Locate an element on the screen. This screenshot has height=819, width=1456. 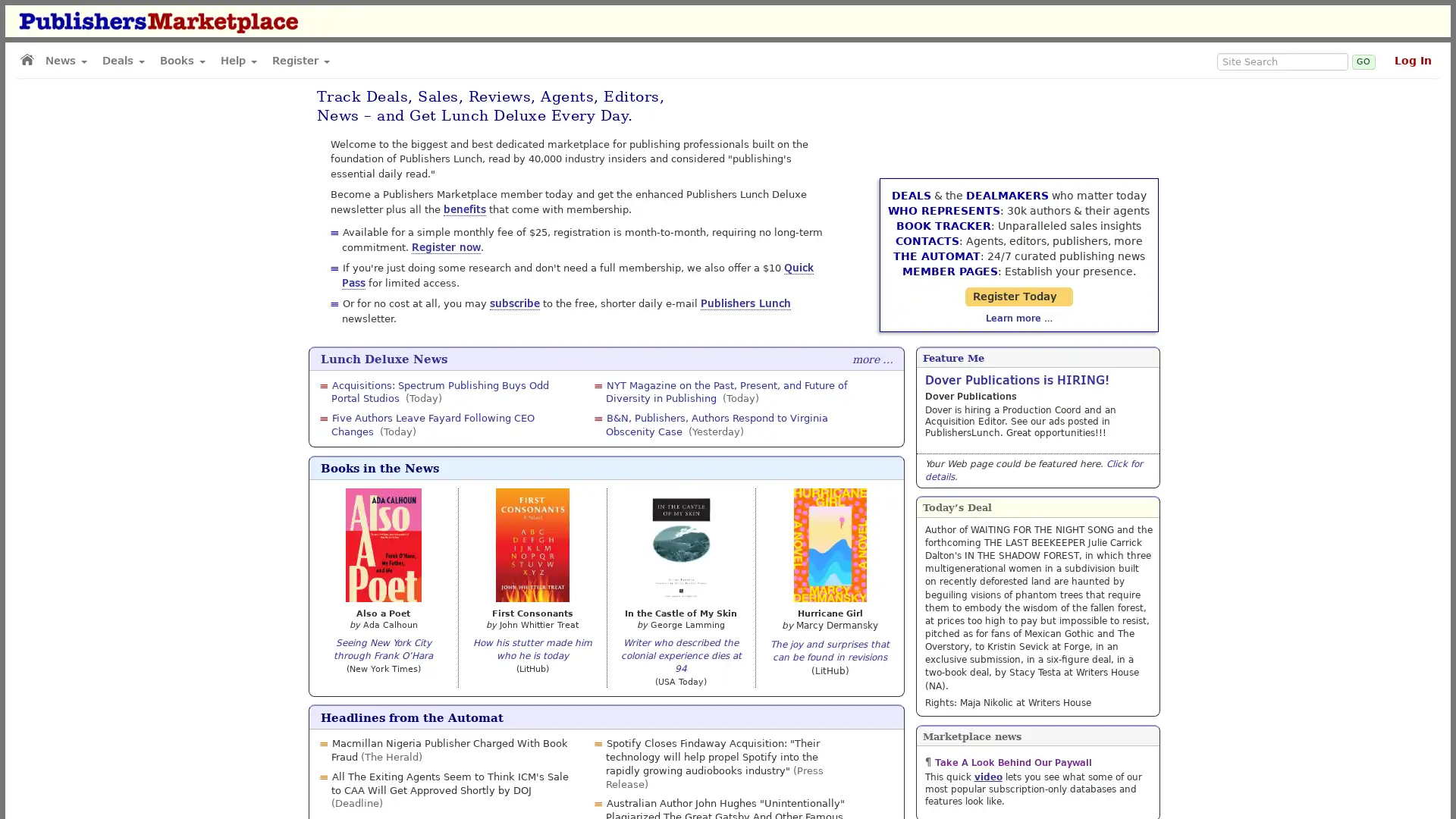
Register Today is located at coordinates (1037, 265).